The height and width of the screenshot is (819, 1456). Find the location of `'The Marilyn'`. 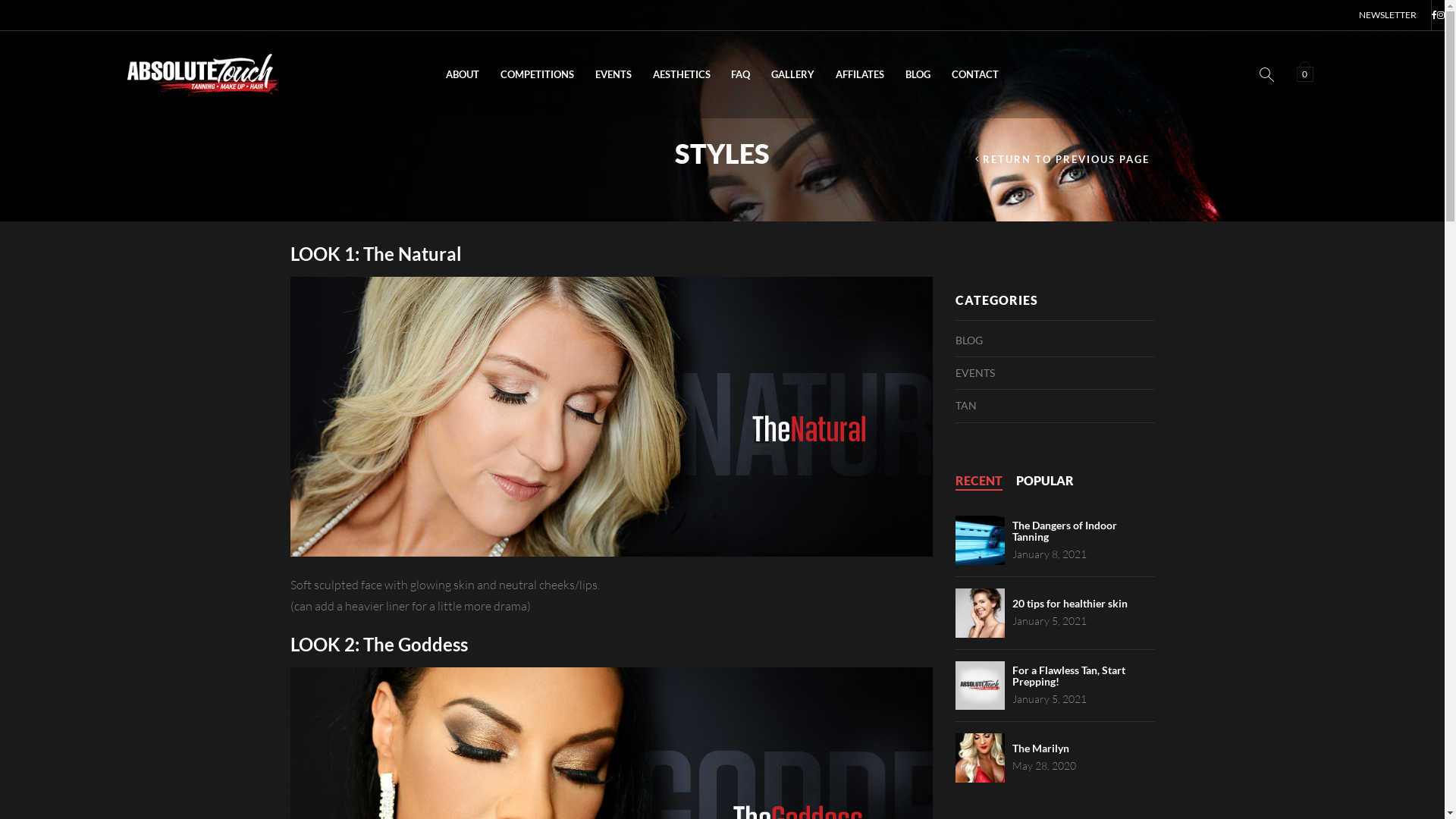

'The Marilyn' is located at coordinates (1012, 747).